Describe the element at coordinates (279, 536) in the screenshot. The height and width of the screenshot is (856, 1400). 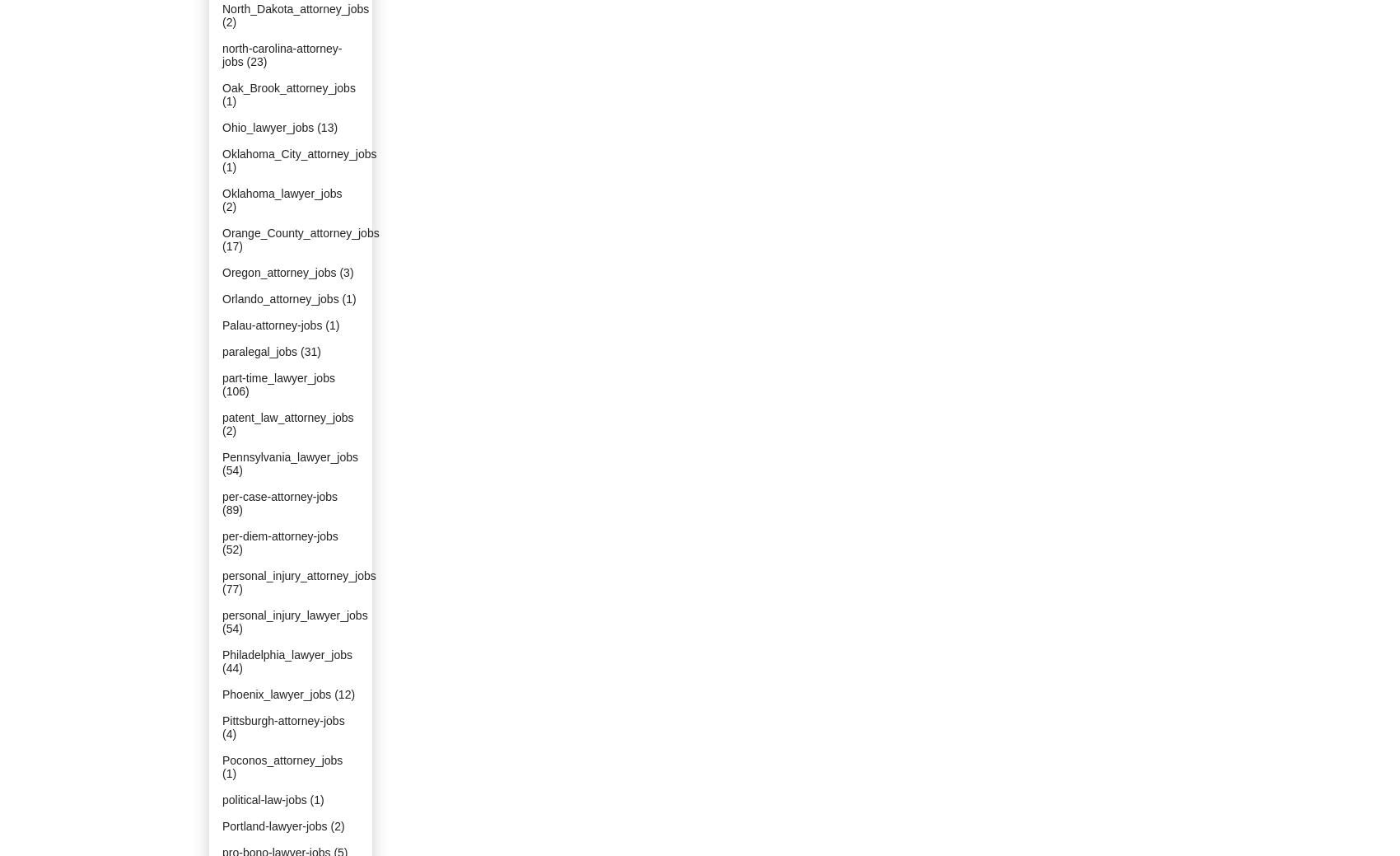
I see `'per-diem-attorney-jobs'` at that location.